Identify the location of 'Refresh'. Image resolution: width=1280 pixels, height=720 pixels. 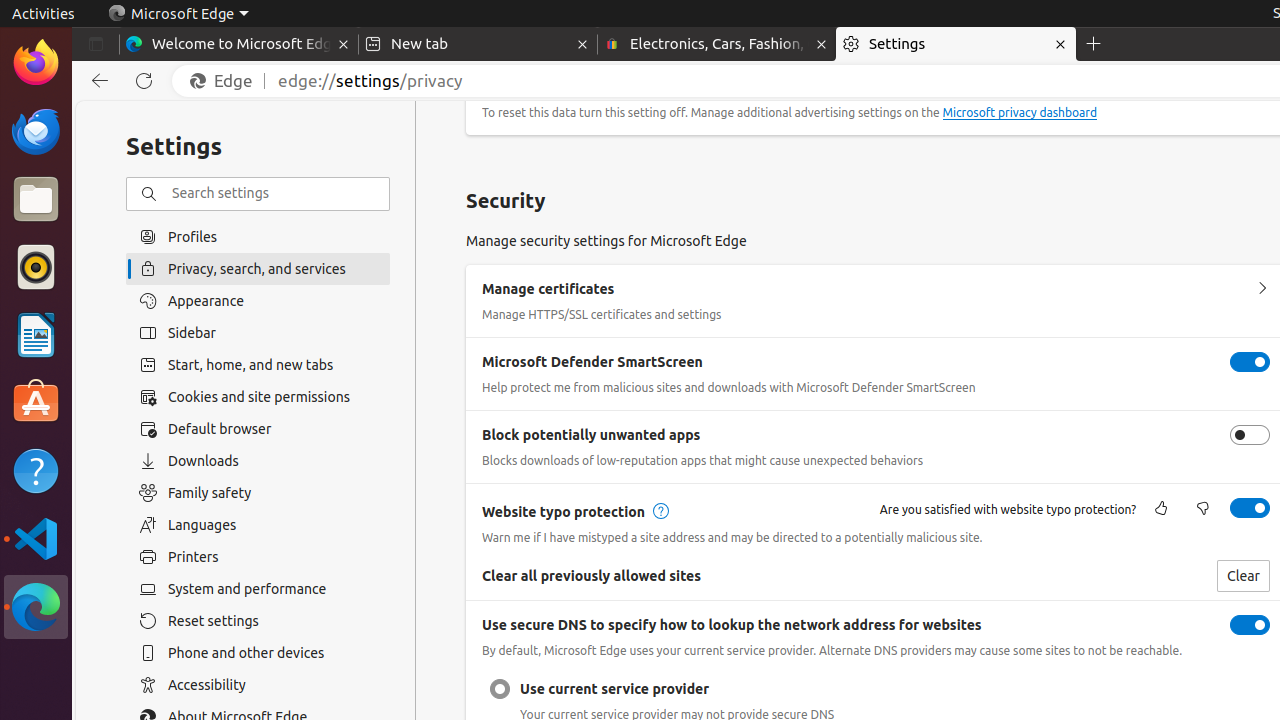
(143, 80).